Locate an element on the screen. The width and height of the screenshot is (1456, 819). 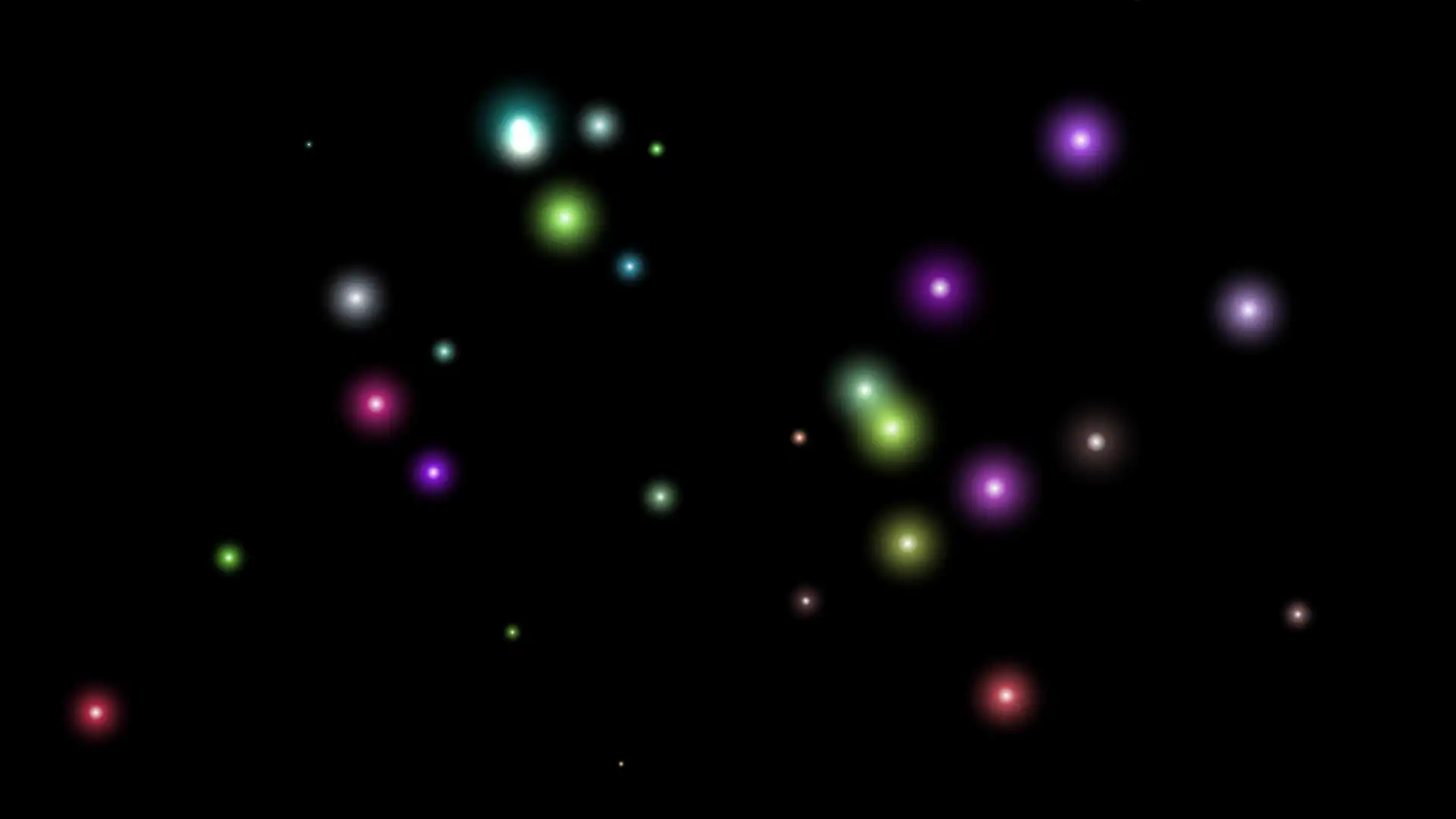
ChillOuts.com is located at coordinates (48, 14).